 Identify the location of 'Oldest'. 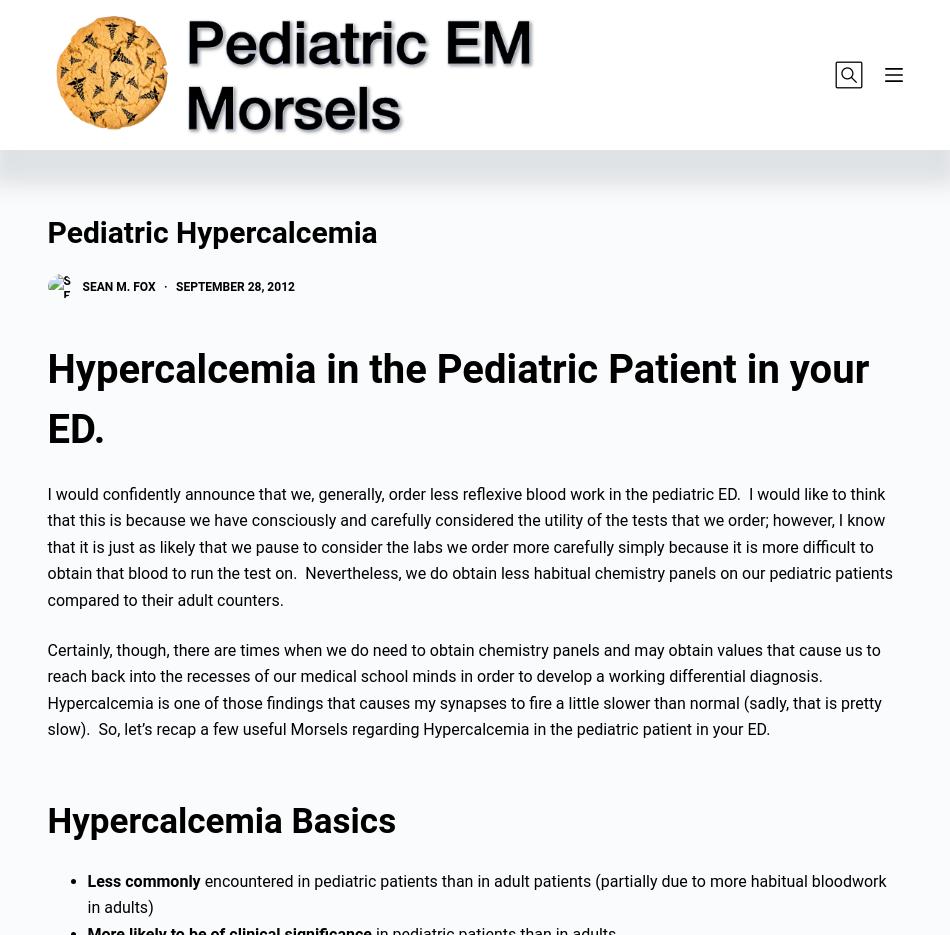
(232, 142).